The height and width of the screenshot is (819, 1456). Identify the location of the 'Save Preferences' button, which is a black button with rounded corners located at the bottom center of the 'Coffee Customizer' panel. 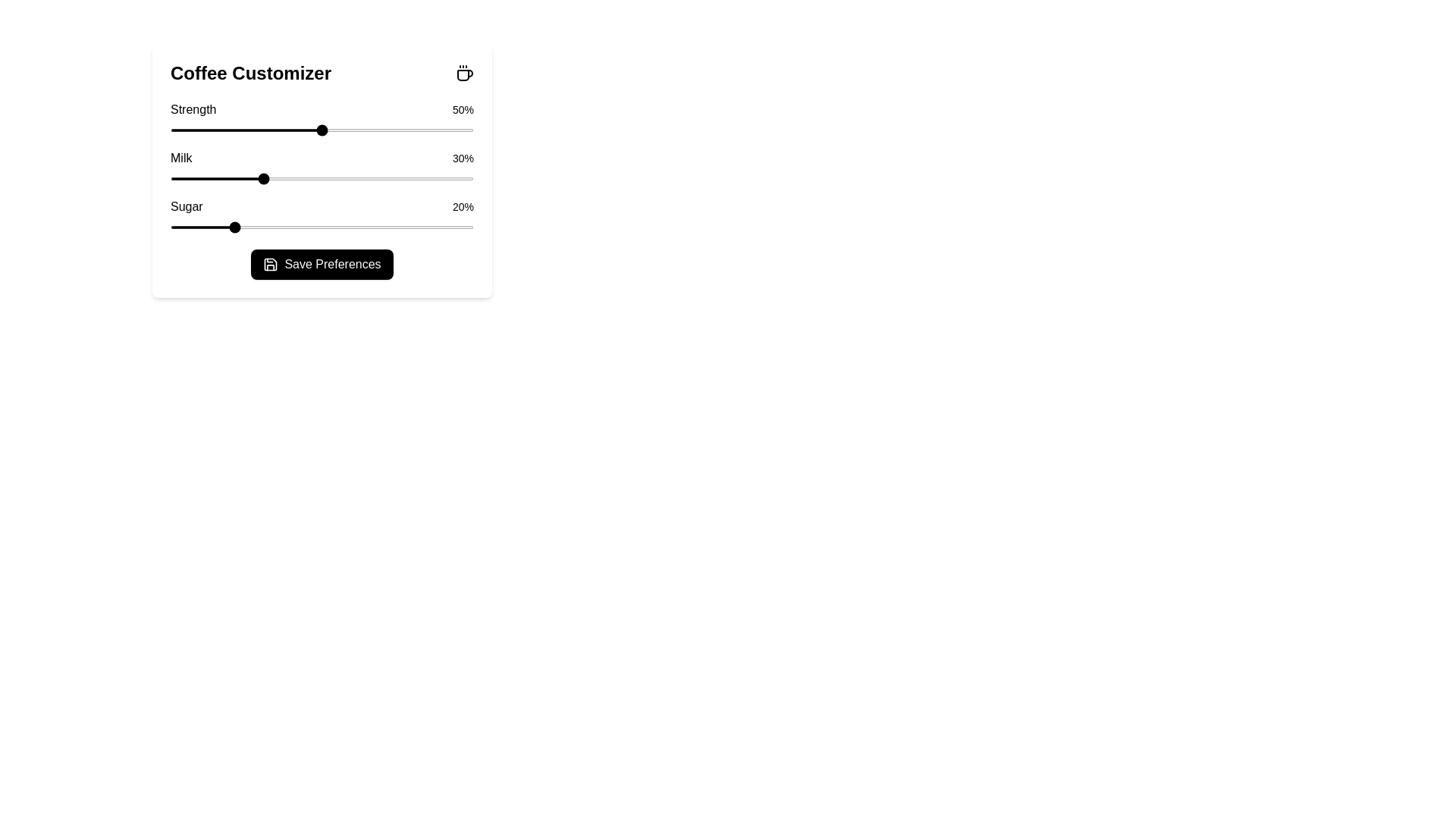
(322, 263).